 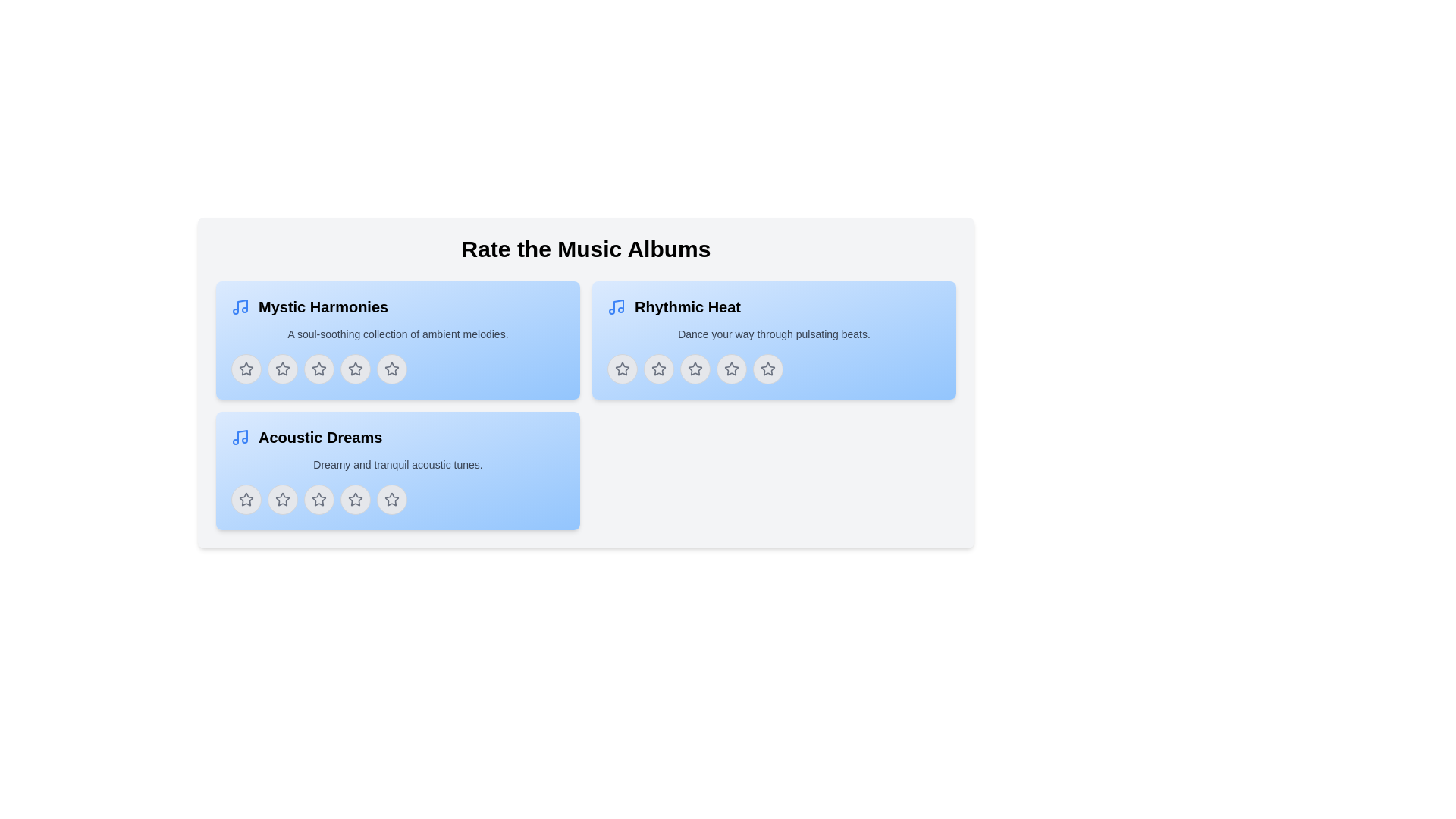 What do you see at coordinates (687, 307) in the screenshot?
I see `the album title text label located in the top-right section of the grid, adjacent to a blue musical note icon and above a description and rating stars` at bounding box center [687, 307].